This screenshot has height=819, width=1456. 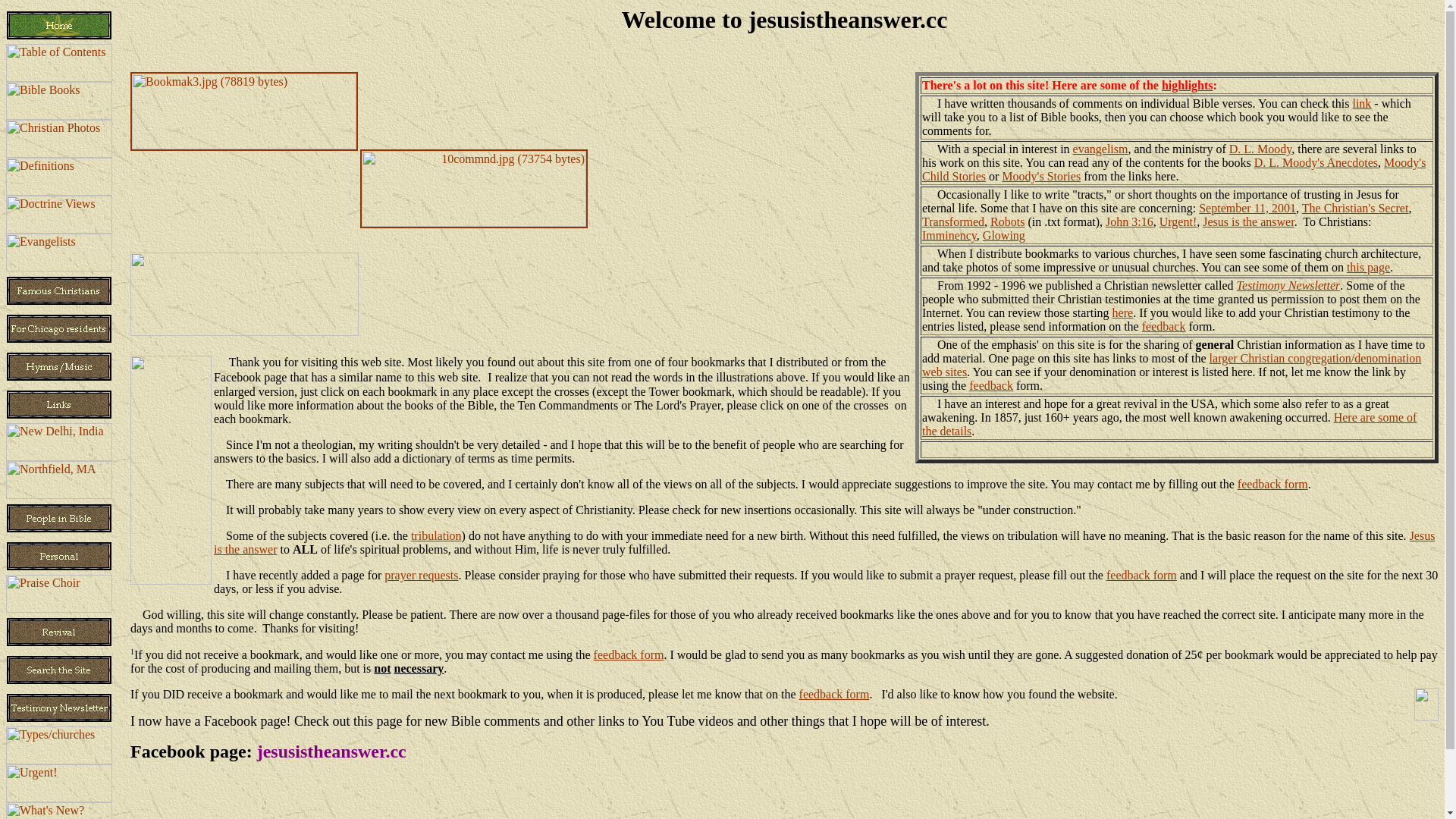 What do you see at coordinates (1123, 312) in the screenshot?
I see `'here'` at bounding box center [1123, 312].